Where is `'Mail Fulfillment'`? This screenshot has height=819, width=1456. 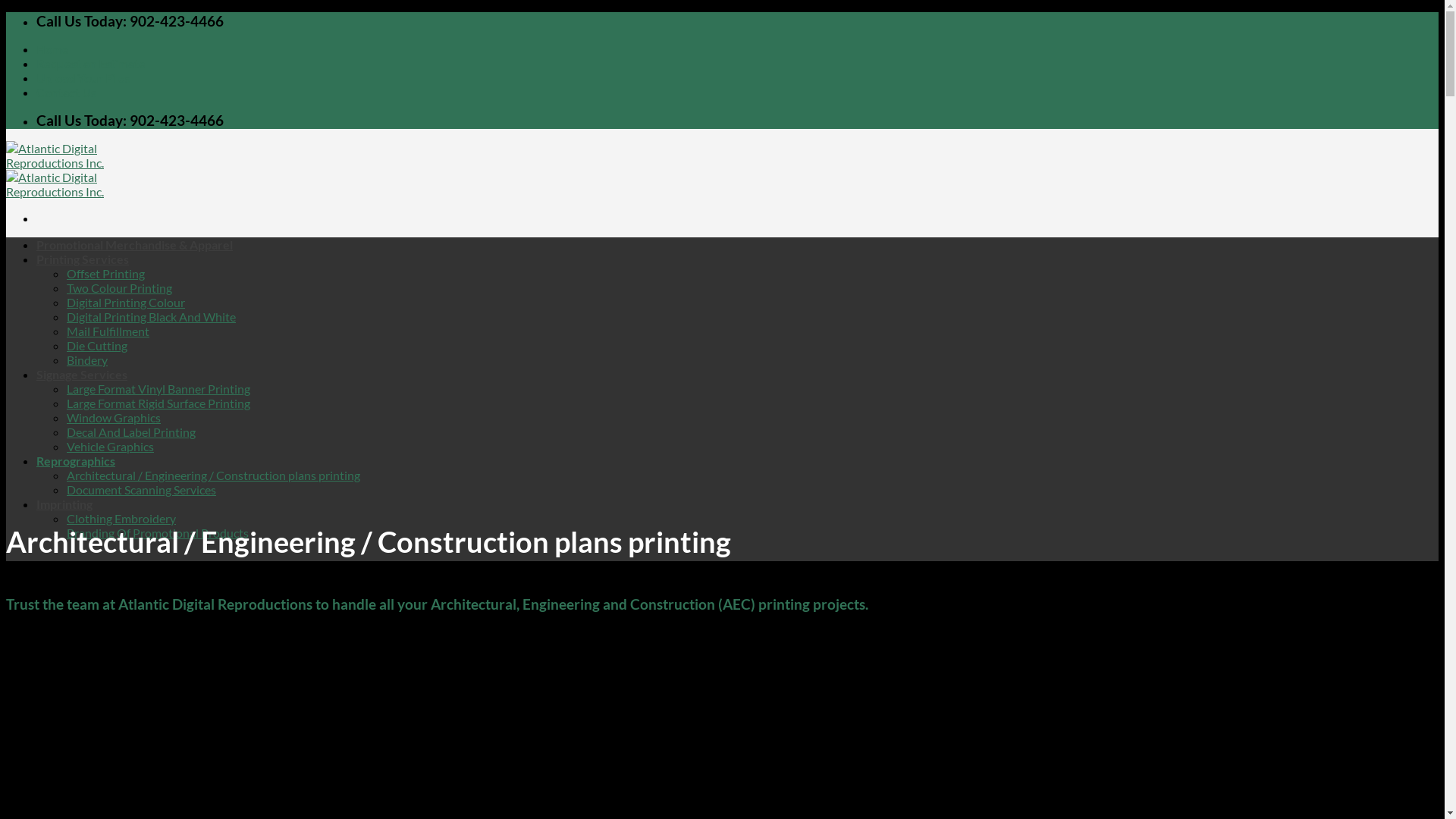 'Mail Fulfillment' is located at coordinates (107, 330).